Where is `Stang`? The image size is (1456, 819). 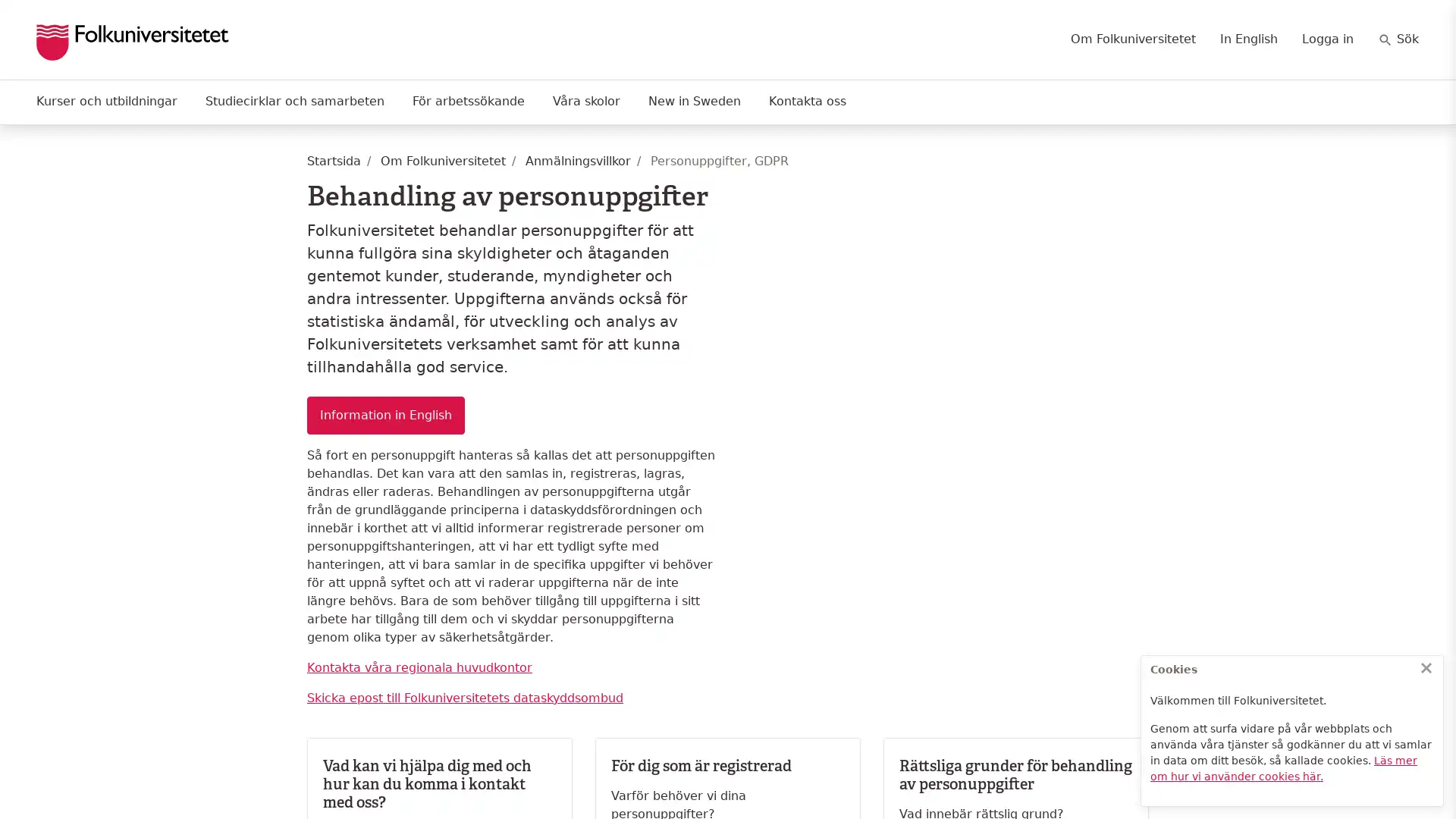
Stang is located at coordinates (1426, 667).